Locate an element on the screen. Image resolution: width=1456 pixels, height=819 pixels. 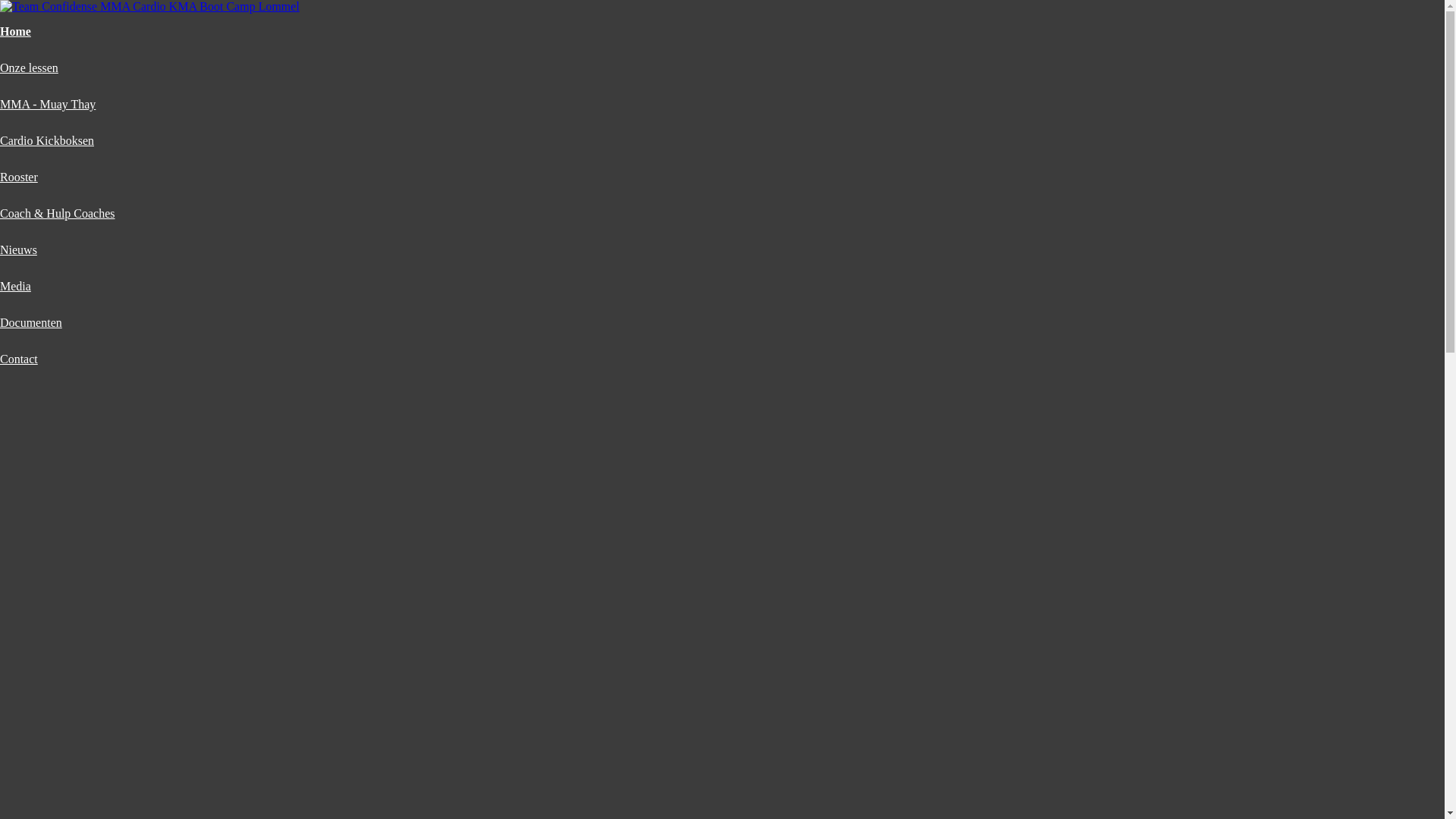
'Coach & Hulp Coaches' is located at coordinates (58, 213).